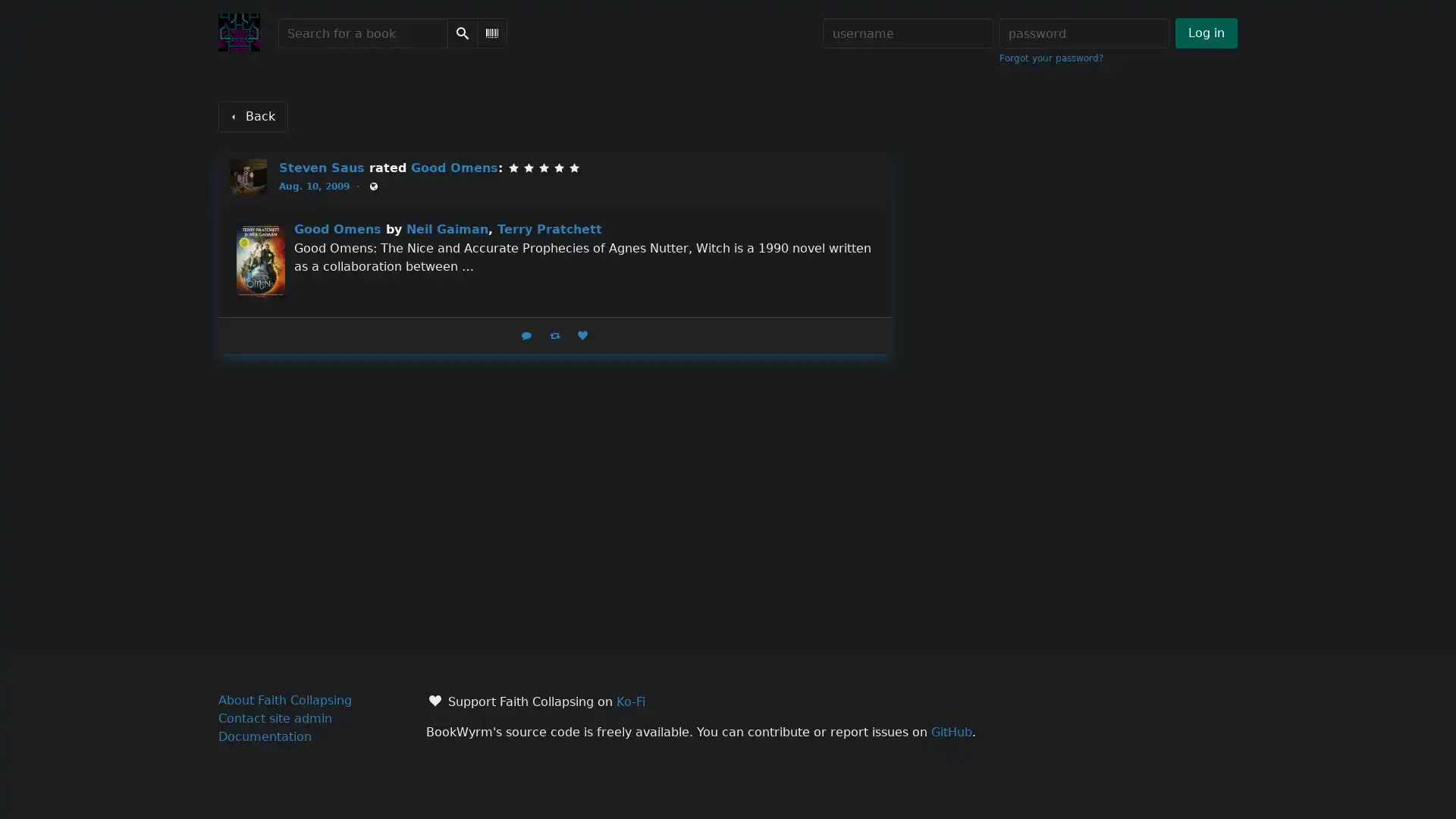 This screenshot has height=819, width=1456. I want to click on Scan Barcode, so click(491, 33).